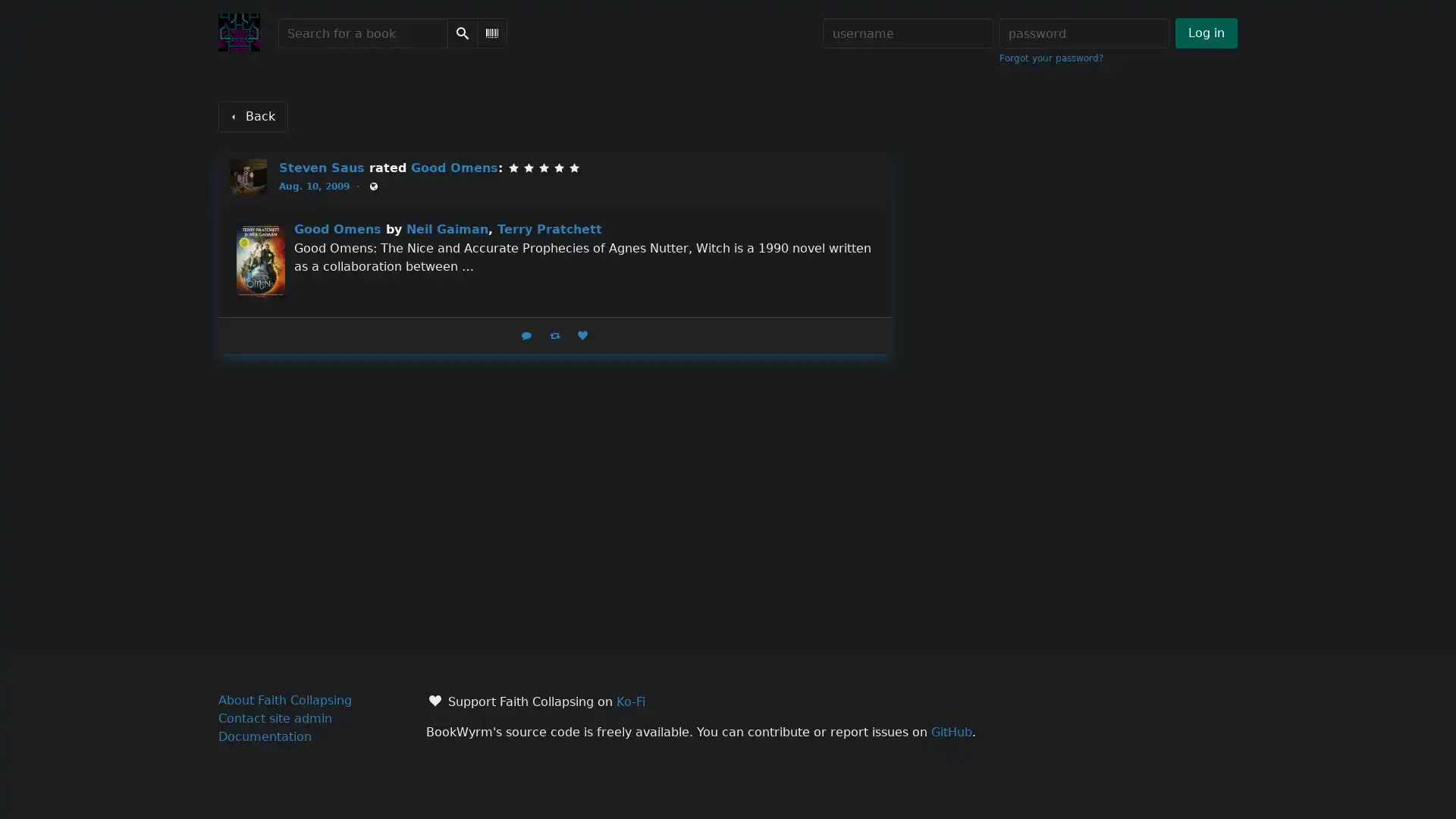 This screenshot has height=819, width=1456. I want to click on Scan Barcode, so click(491, 33).